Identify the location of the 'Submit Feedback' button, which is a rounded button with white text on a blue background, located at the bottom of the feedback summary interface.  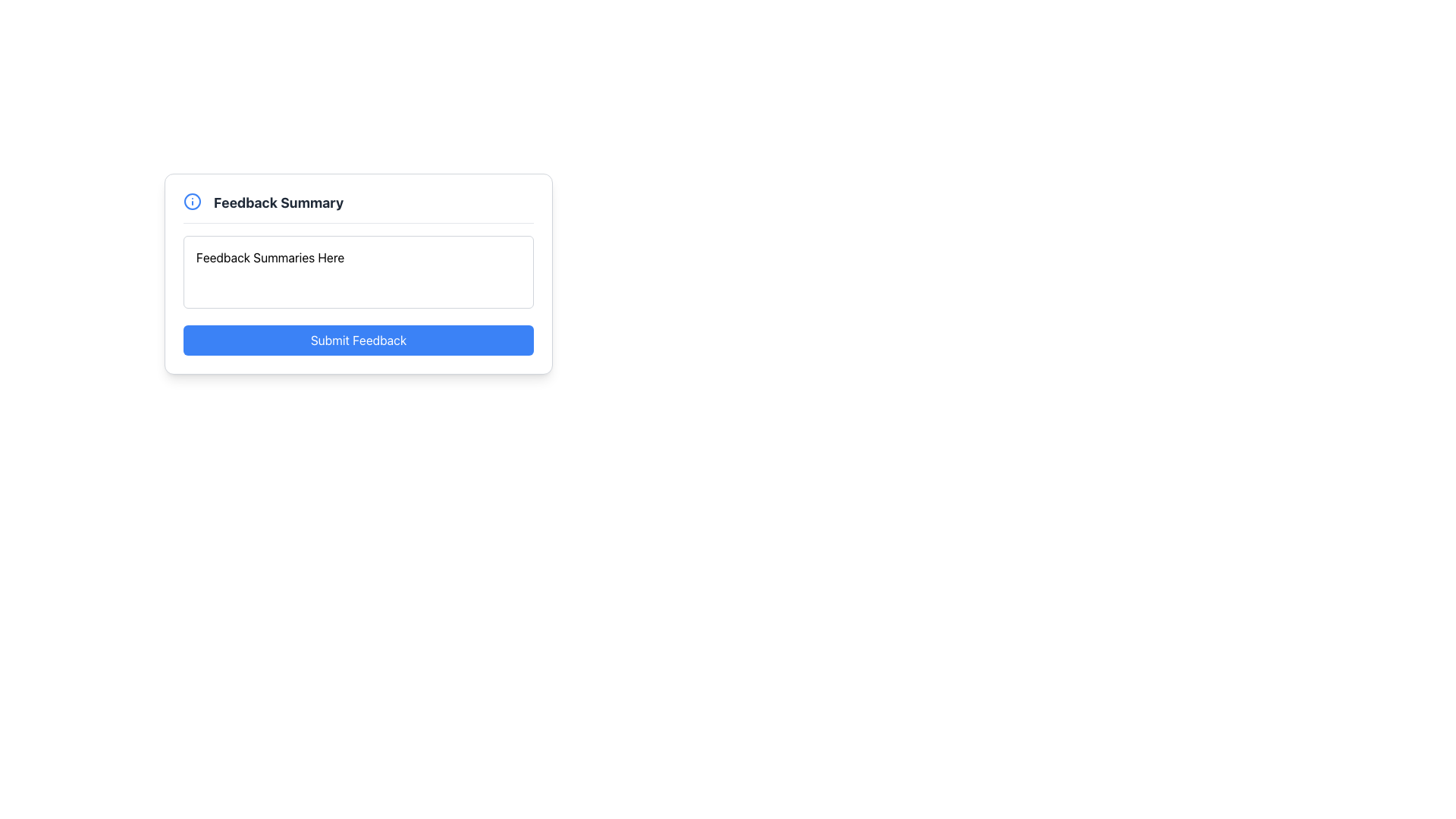
(358, 339).